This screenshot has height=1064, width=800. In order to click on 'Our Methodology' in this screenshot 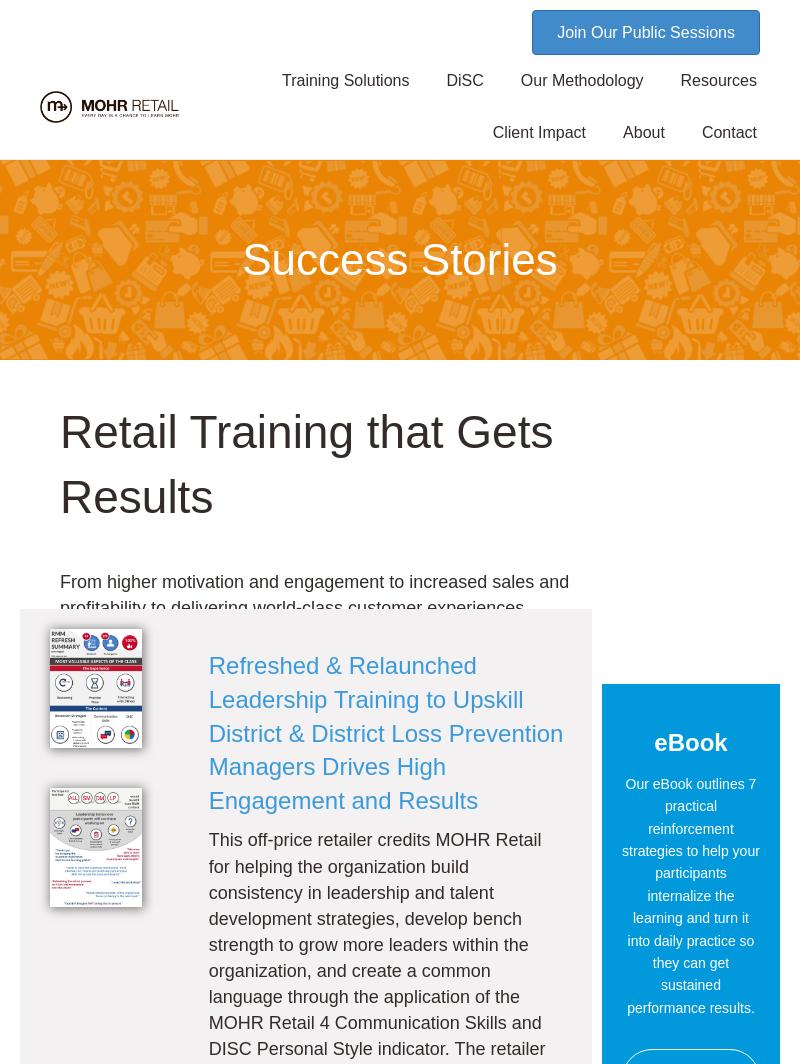, I will do `click(580, 80)`.